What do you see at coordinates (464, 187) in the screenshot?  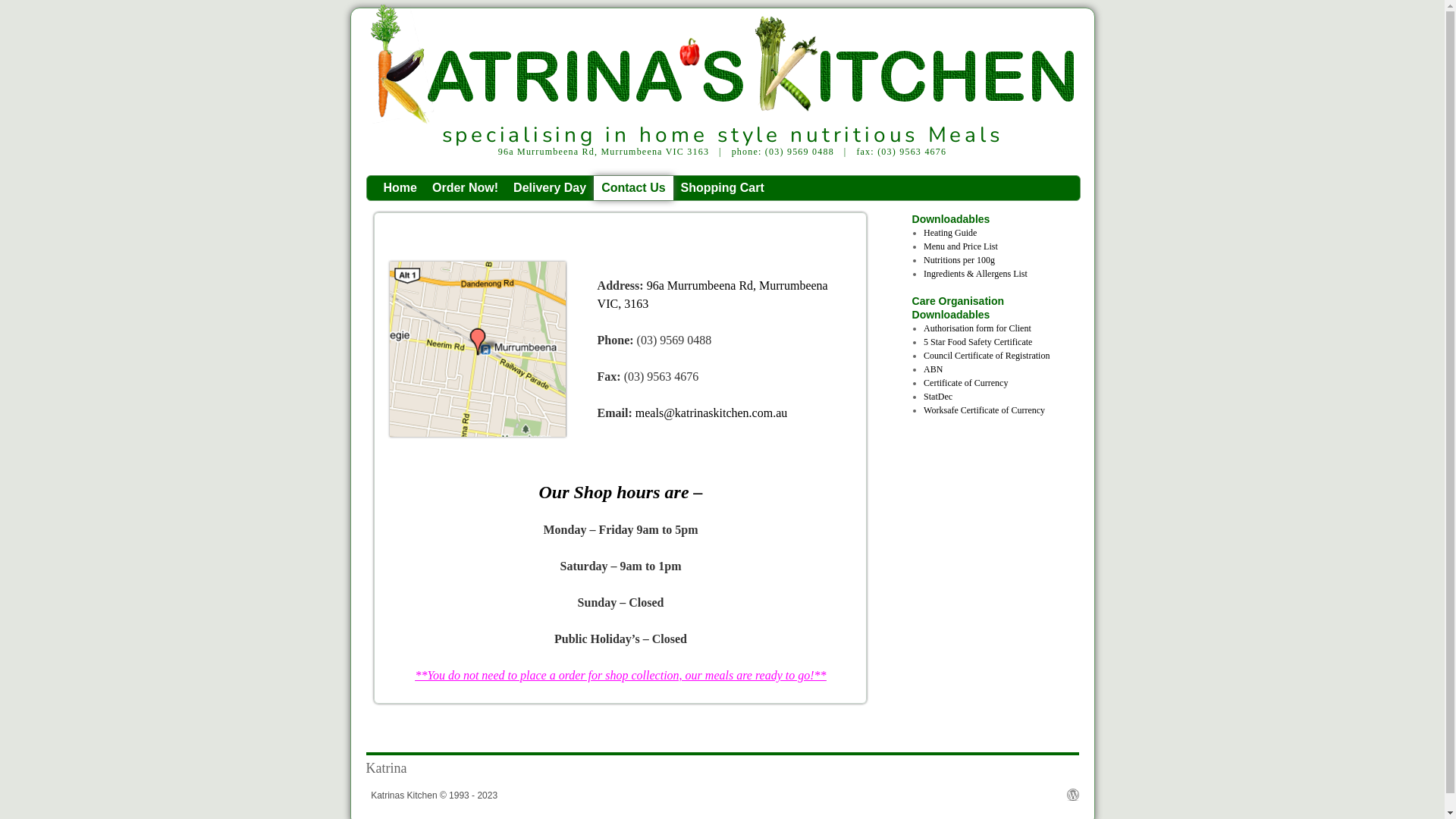 I see `'Order Now!'` at bounding box center [464, 187].